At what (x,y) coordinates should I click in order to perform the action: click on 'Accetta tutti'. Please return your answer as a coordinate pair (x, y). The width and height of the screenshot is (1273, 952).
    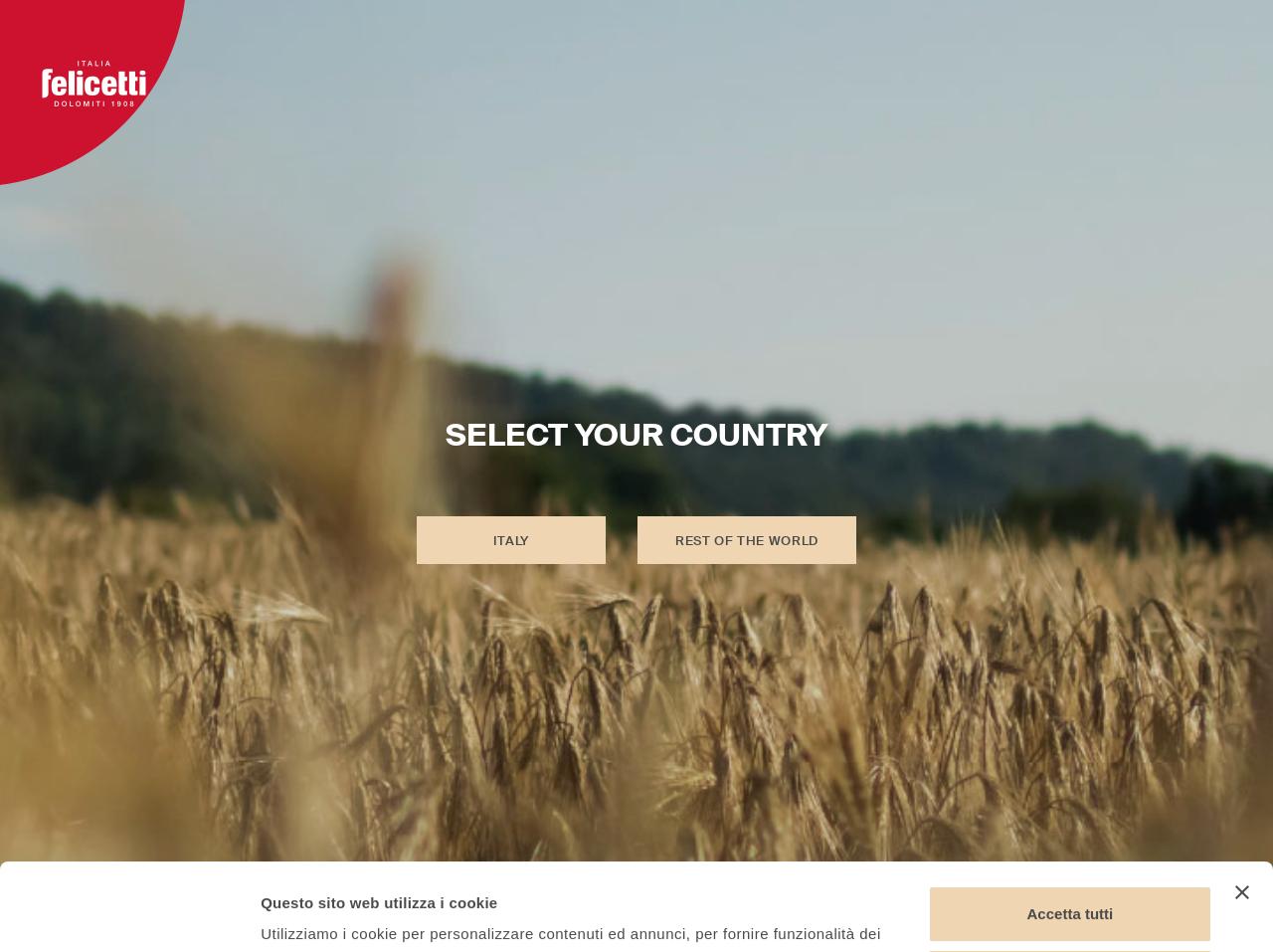
    Looking at the image, I should click on (1068, 783).